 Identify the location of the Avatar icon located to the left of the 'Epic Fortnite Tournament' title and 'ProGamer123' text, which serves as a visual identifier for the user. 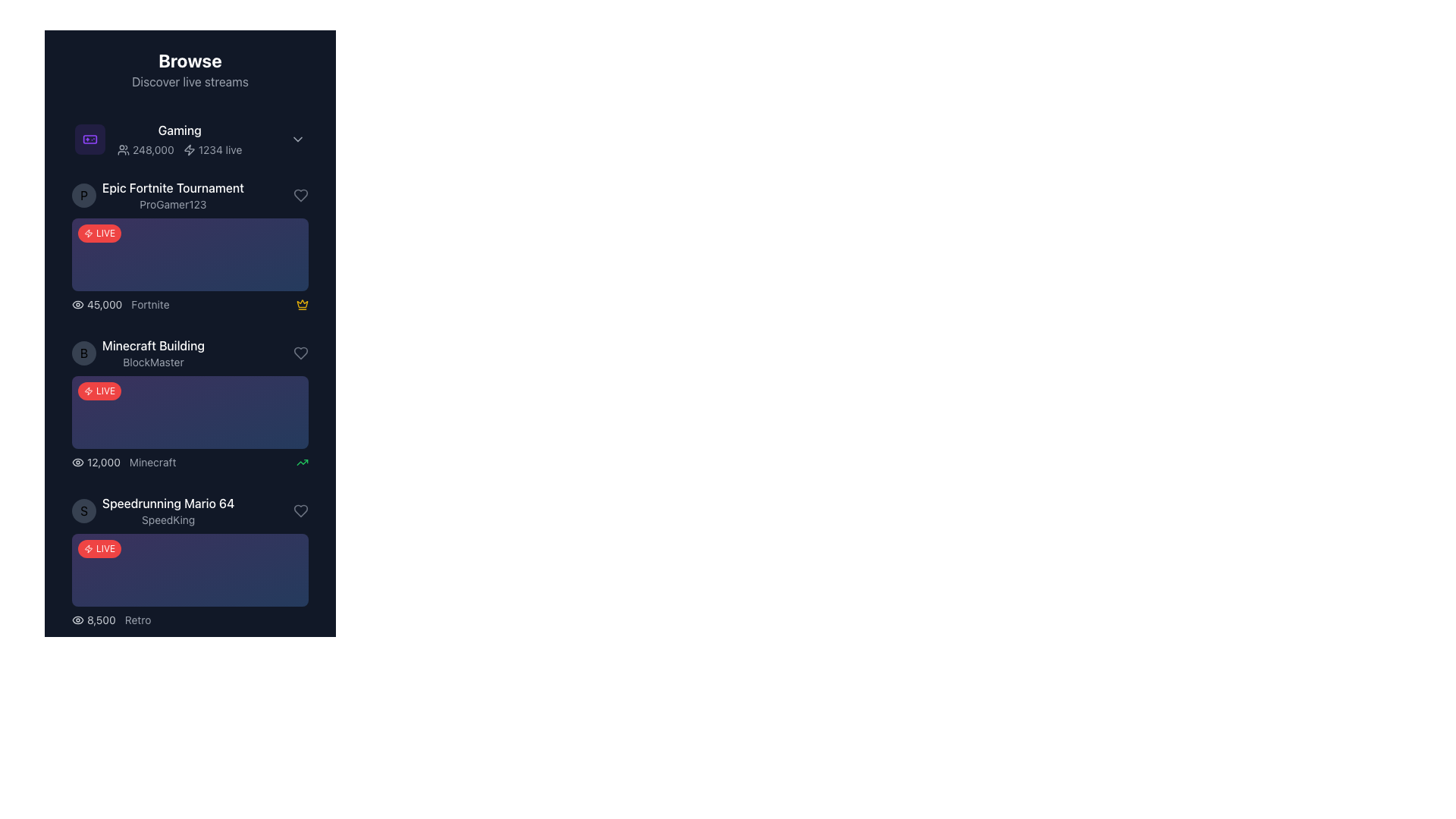
(83, 195).